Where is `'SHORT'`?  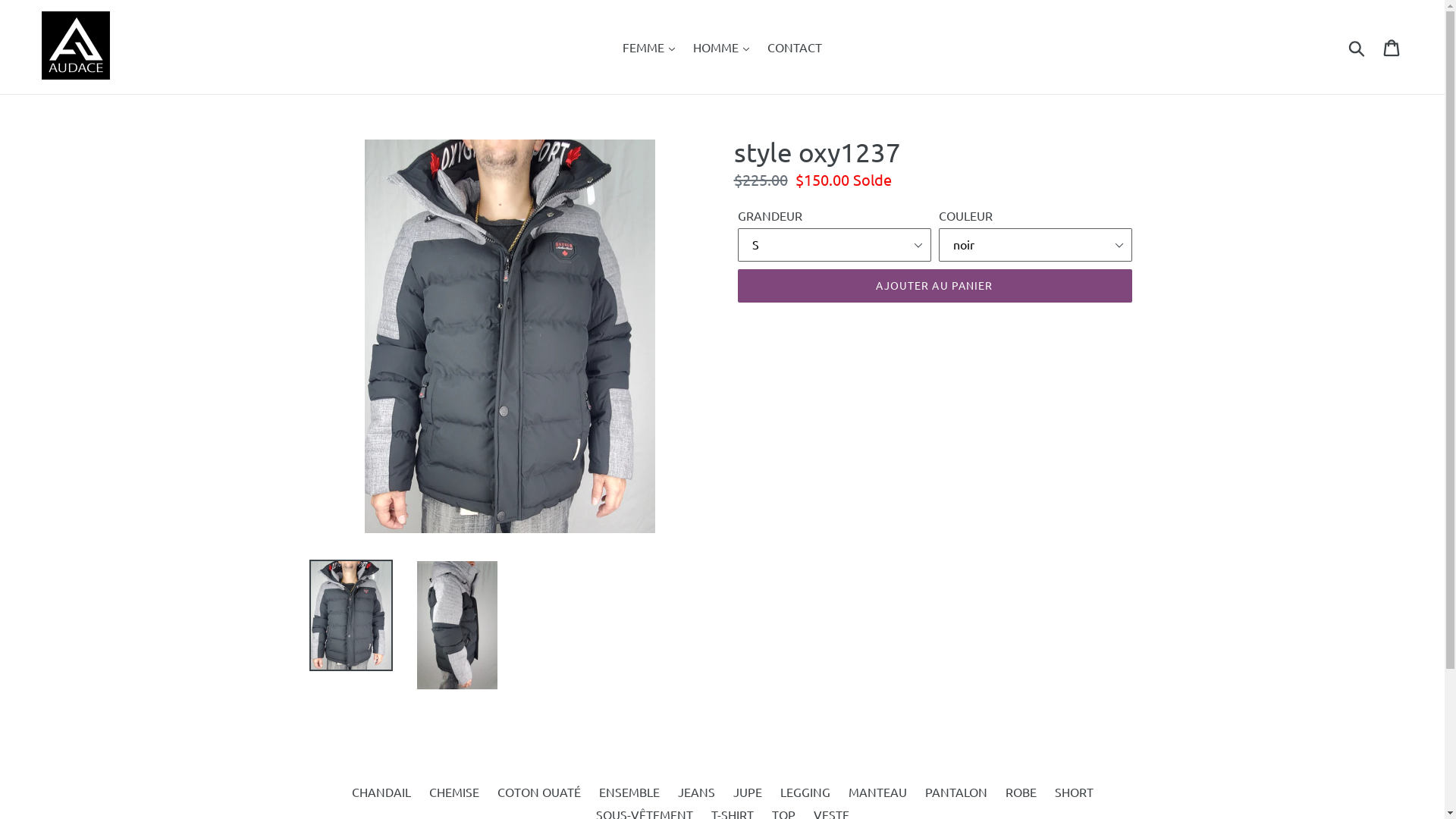
'SHORT' is located at coordinates (1072, 791).